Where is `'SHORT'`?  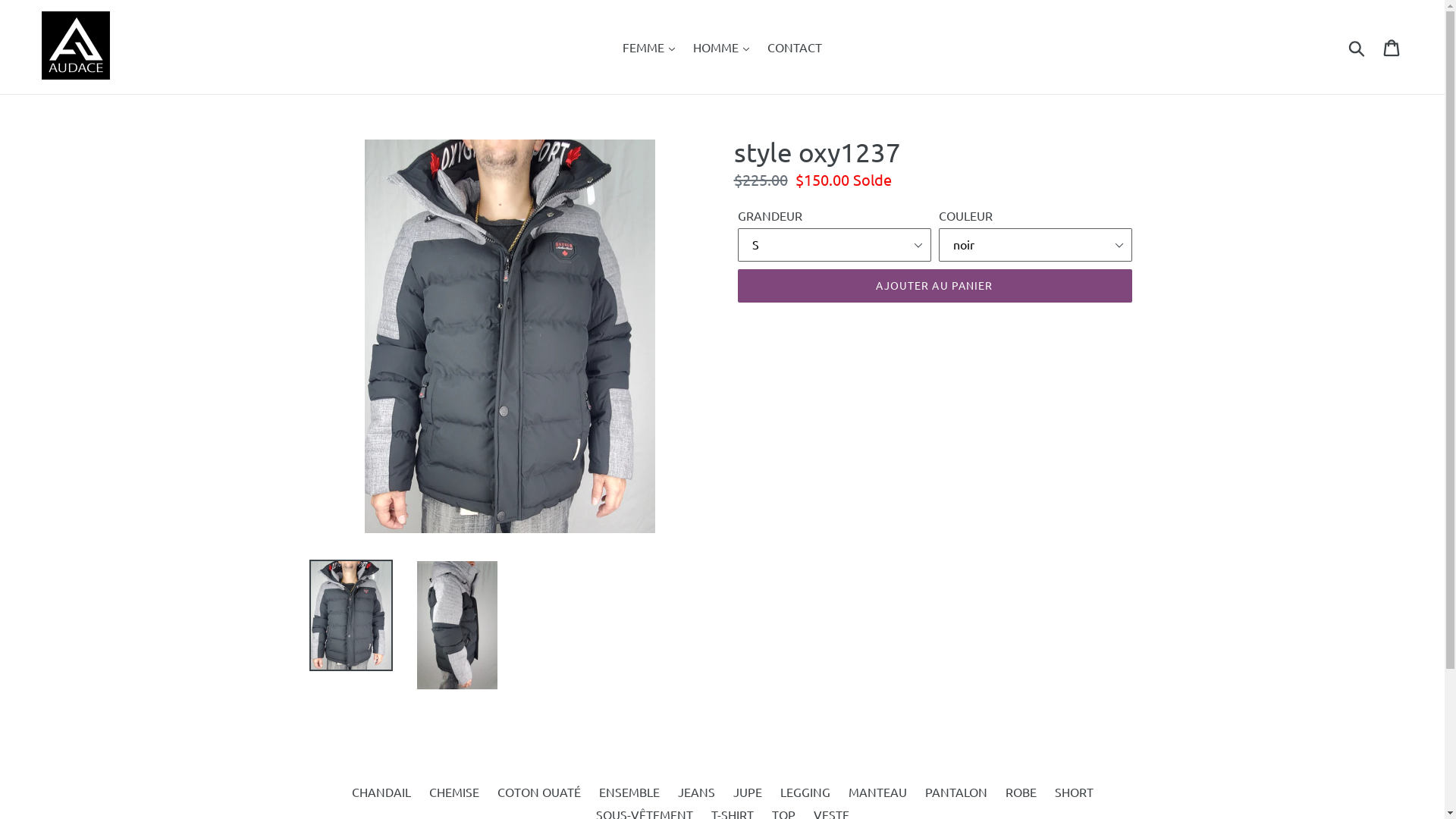
'SHORT' is located at coordinates (1072, 791).